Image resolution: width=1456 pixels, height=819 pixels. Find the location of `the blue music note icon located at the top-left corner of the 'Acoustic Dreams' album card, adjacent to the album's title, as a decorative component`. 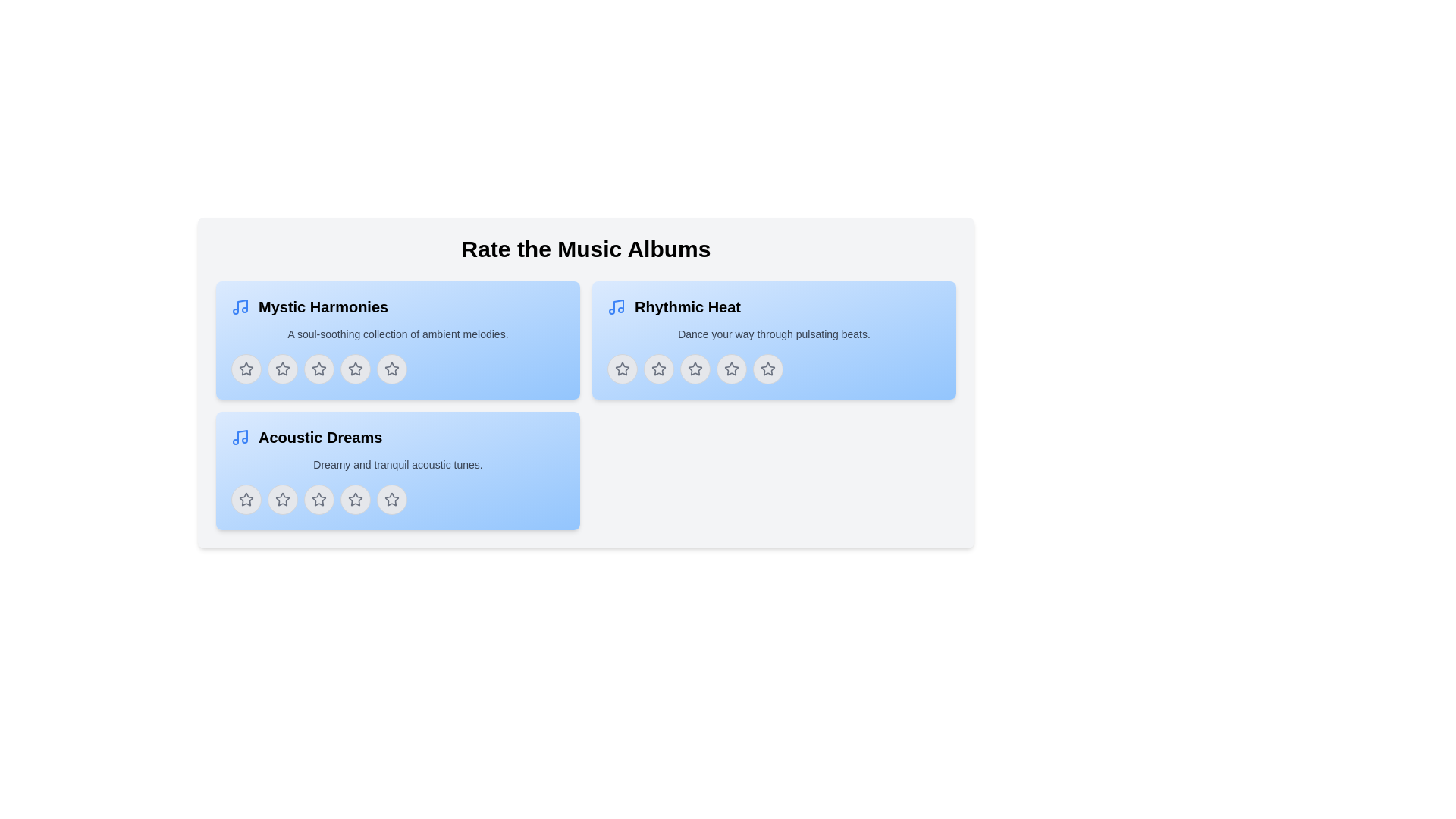

the blue music note icon located at the top-left corner of the 'Acoustic Dreams' album card, adjacent to the album's title, as a decorative component is located at coordinates (239, 438).